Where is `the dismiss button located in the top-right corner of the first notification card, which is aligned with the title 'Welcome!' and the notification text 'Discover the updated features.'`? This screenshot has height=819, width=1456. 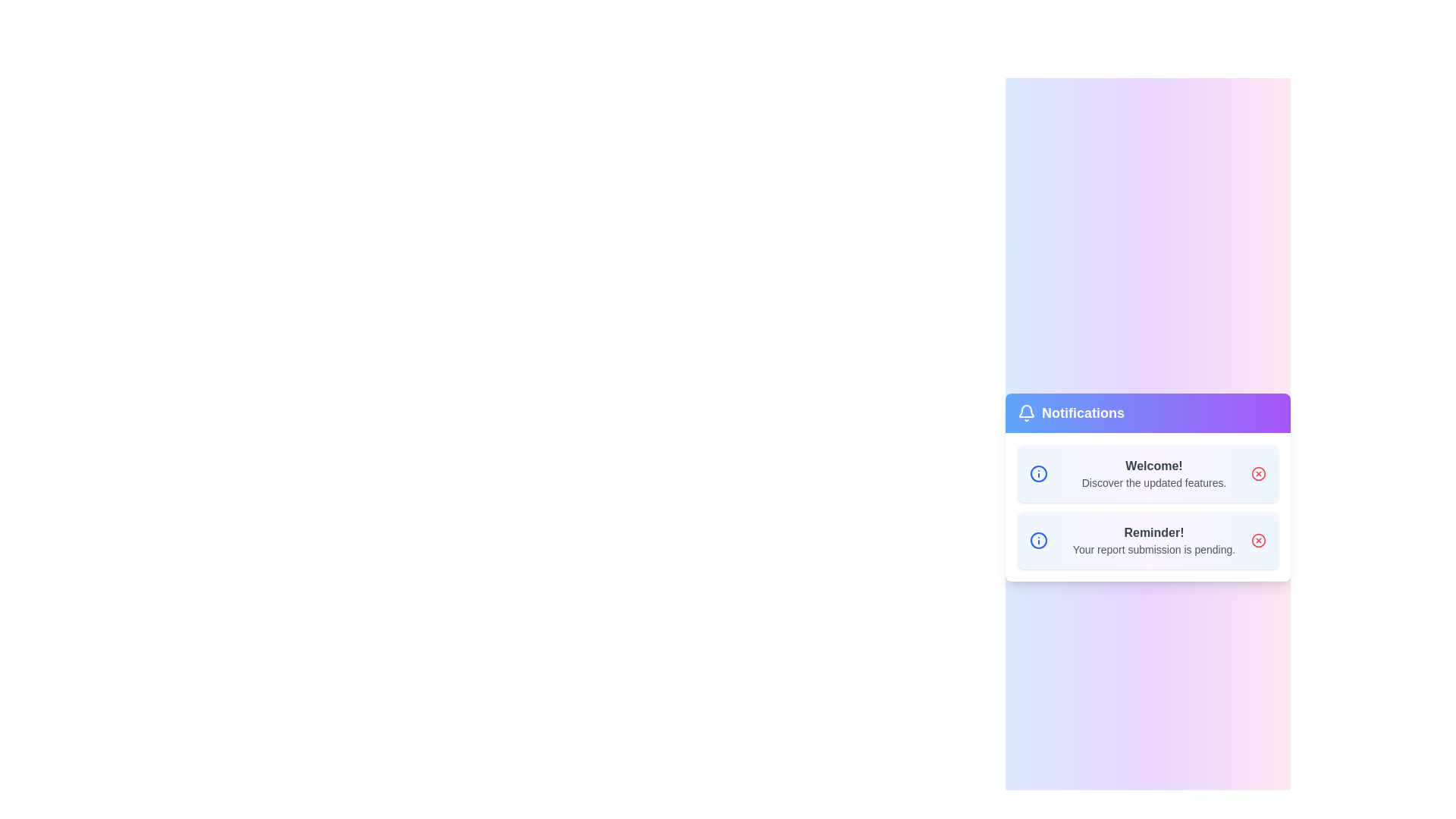 the dismiss button located in the top-right corner of the first notification card, which is aligned with the title 'Welcome!' and the notification text 'Discover the updated features.' is located at coordinates (1259, 472).